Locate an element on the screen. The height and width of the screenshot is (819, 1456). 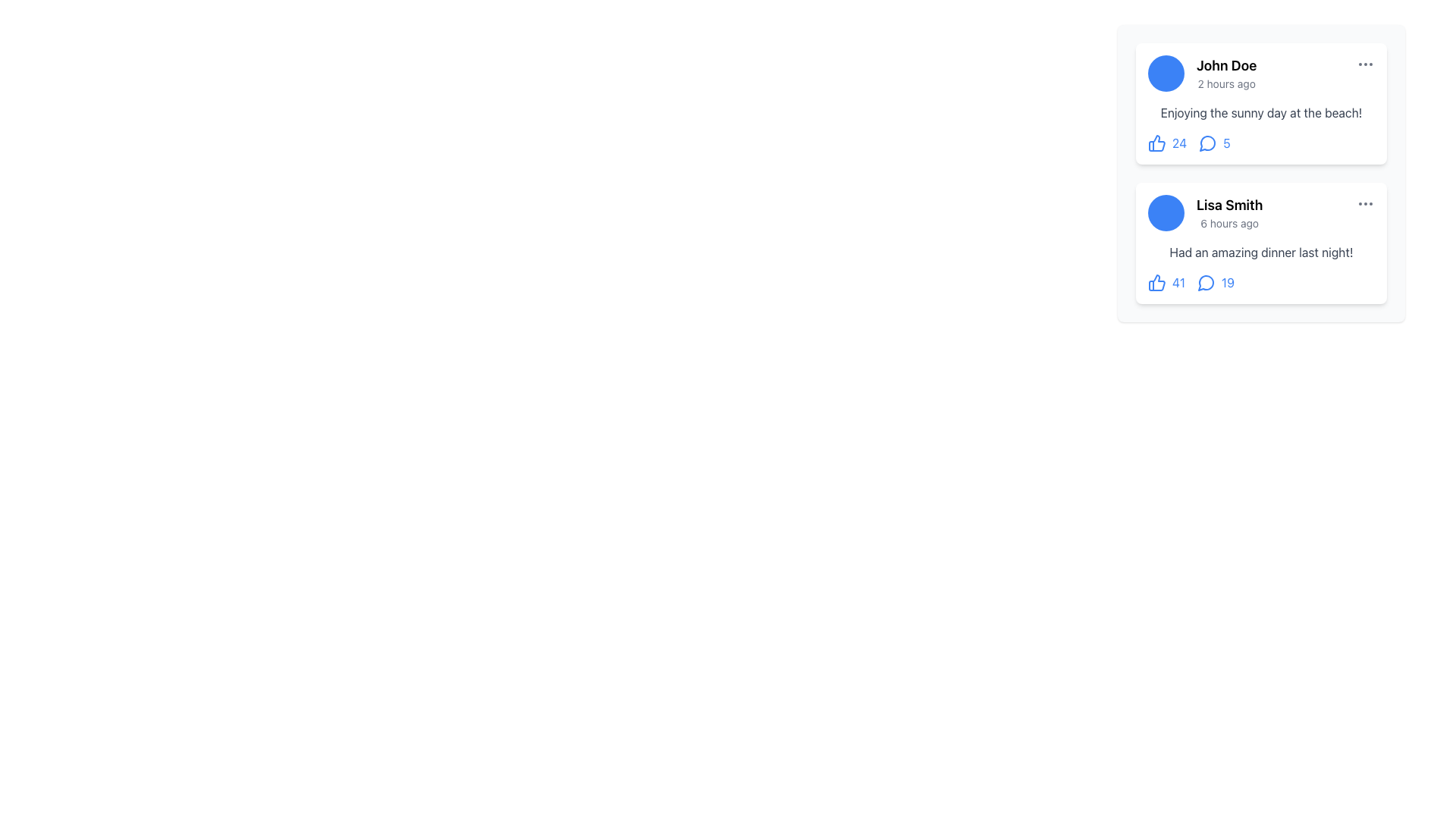
the text label that reads '6 hours ago', which is styled in light gray and positioned beneath 'Lisa Smith' in a social media post is located at coordinates (1229, 223).